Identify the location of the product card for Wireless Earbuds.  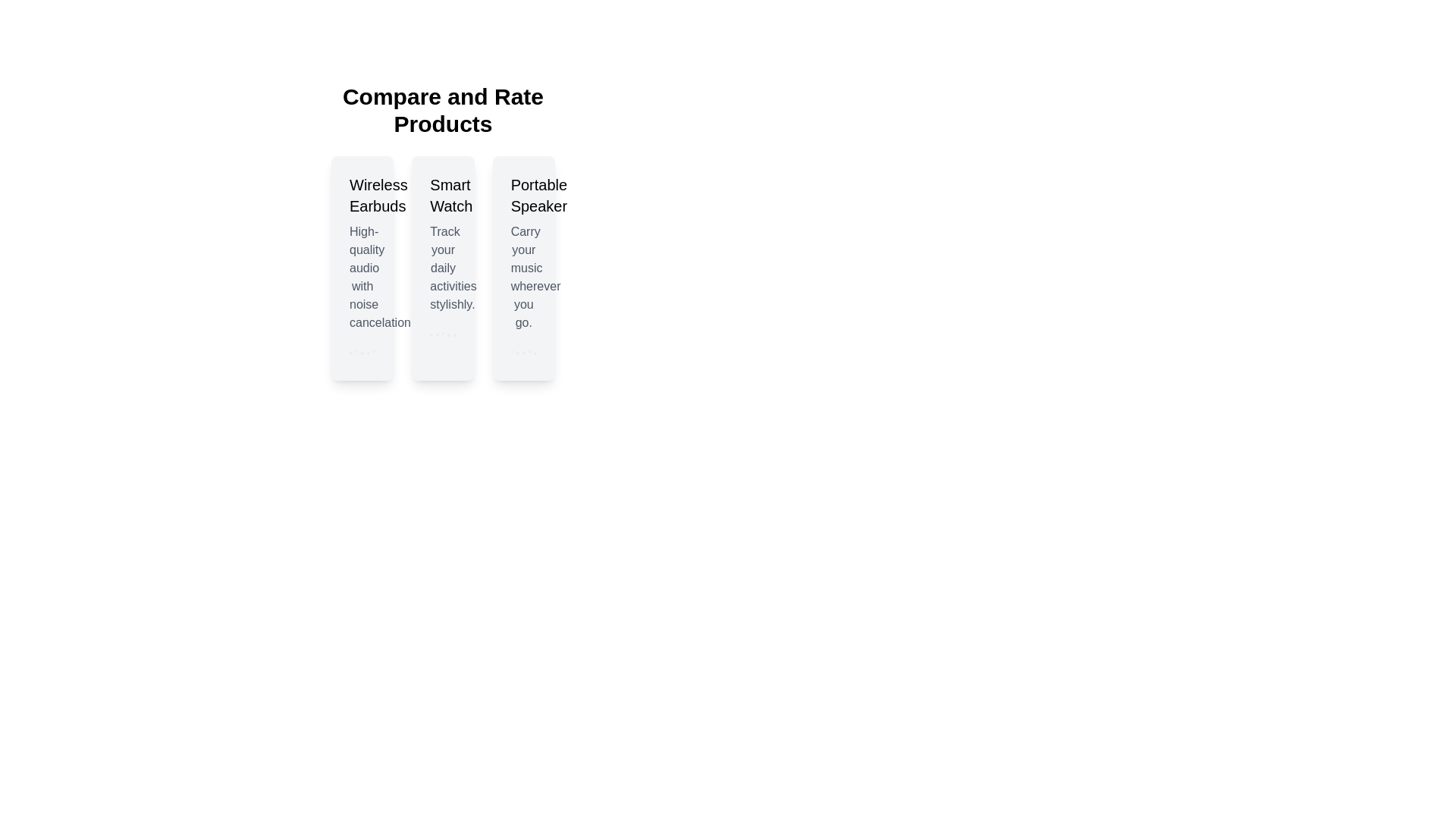
(362, 268).